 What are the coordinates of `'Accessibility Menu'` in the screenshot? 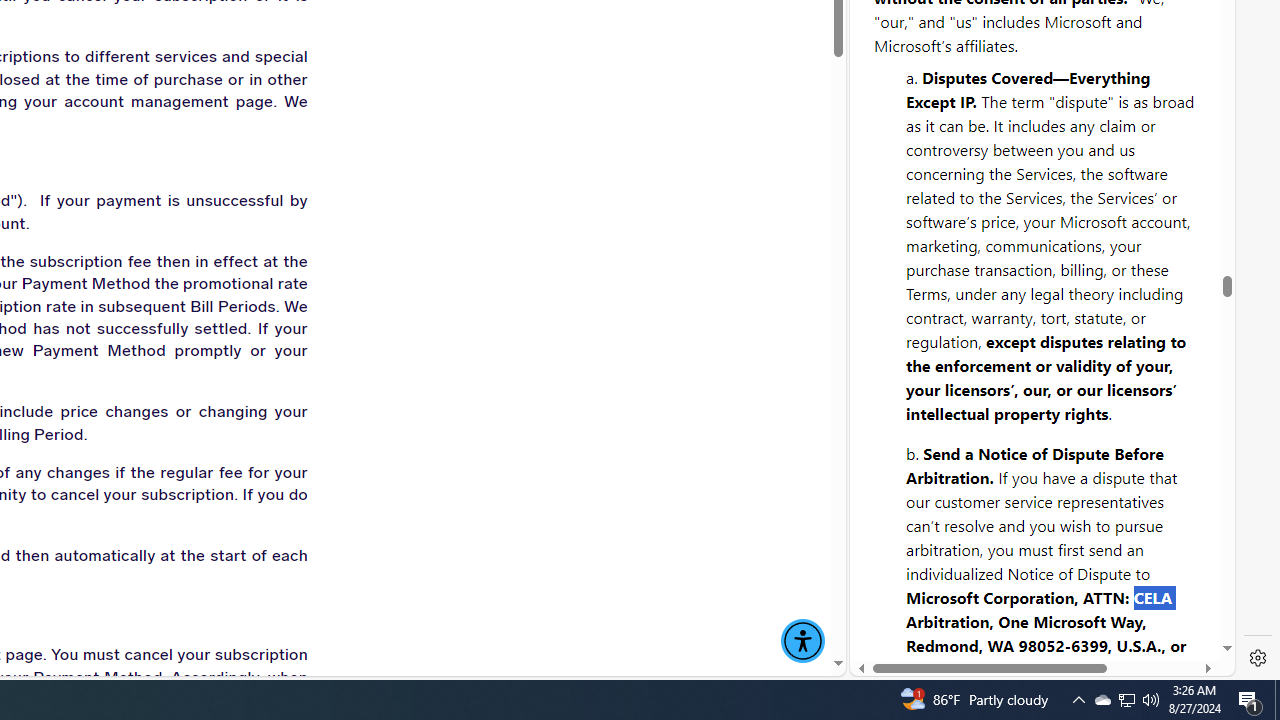 It's located at (803, 641).